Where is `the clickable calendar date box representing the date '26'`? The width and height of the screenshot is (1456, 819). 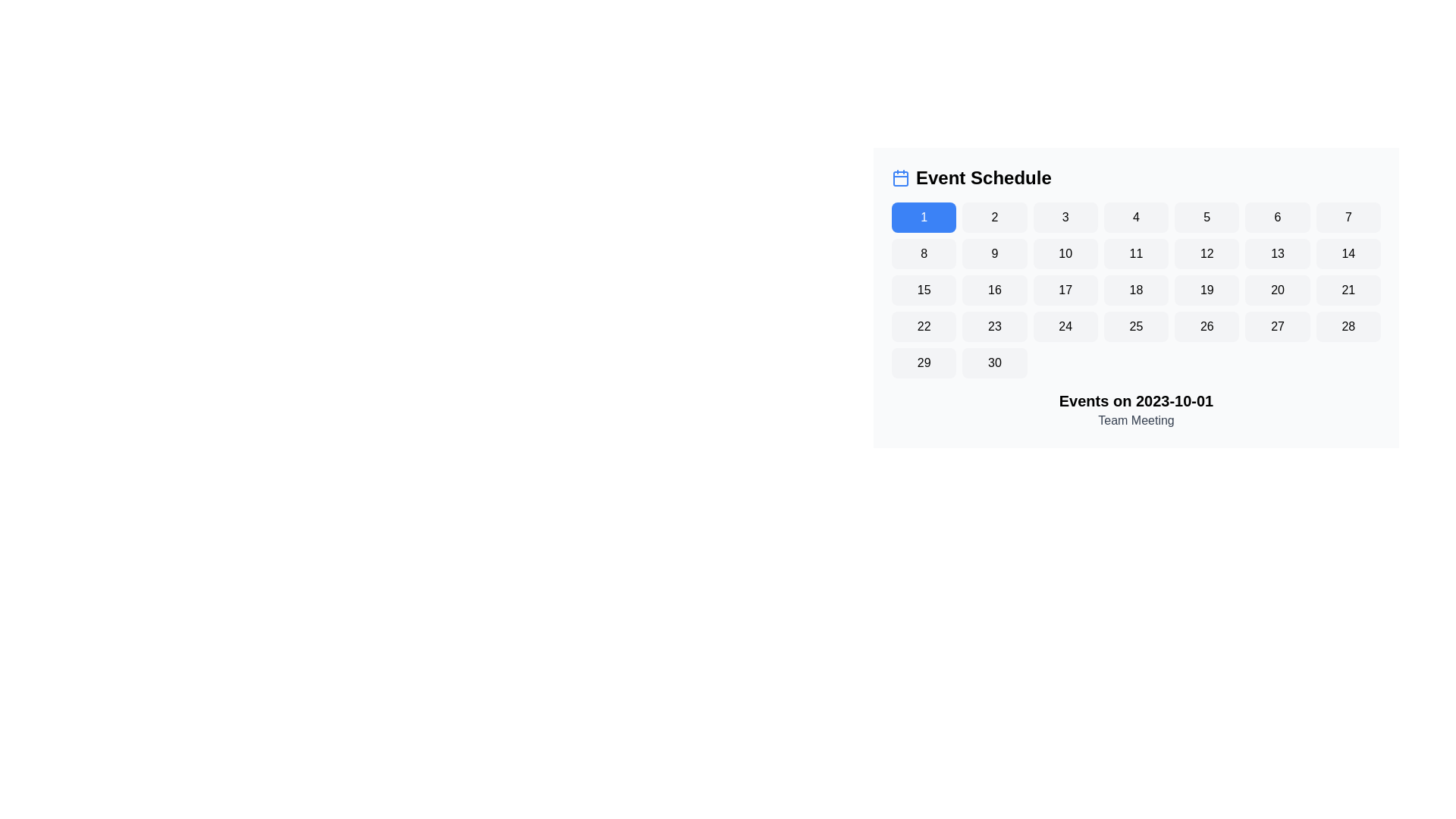 the clickable calendar date box representing the date '26' is located at coordinates (1206, 326).